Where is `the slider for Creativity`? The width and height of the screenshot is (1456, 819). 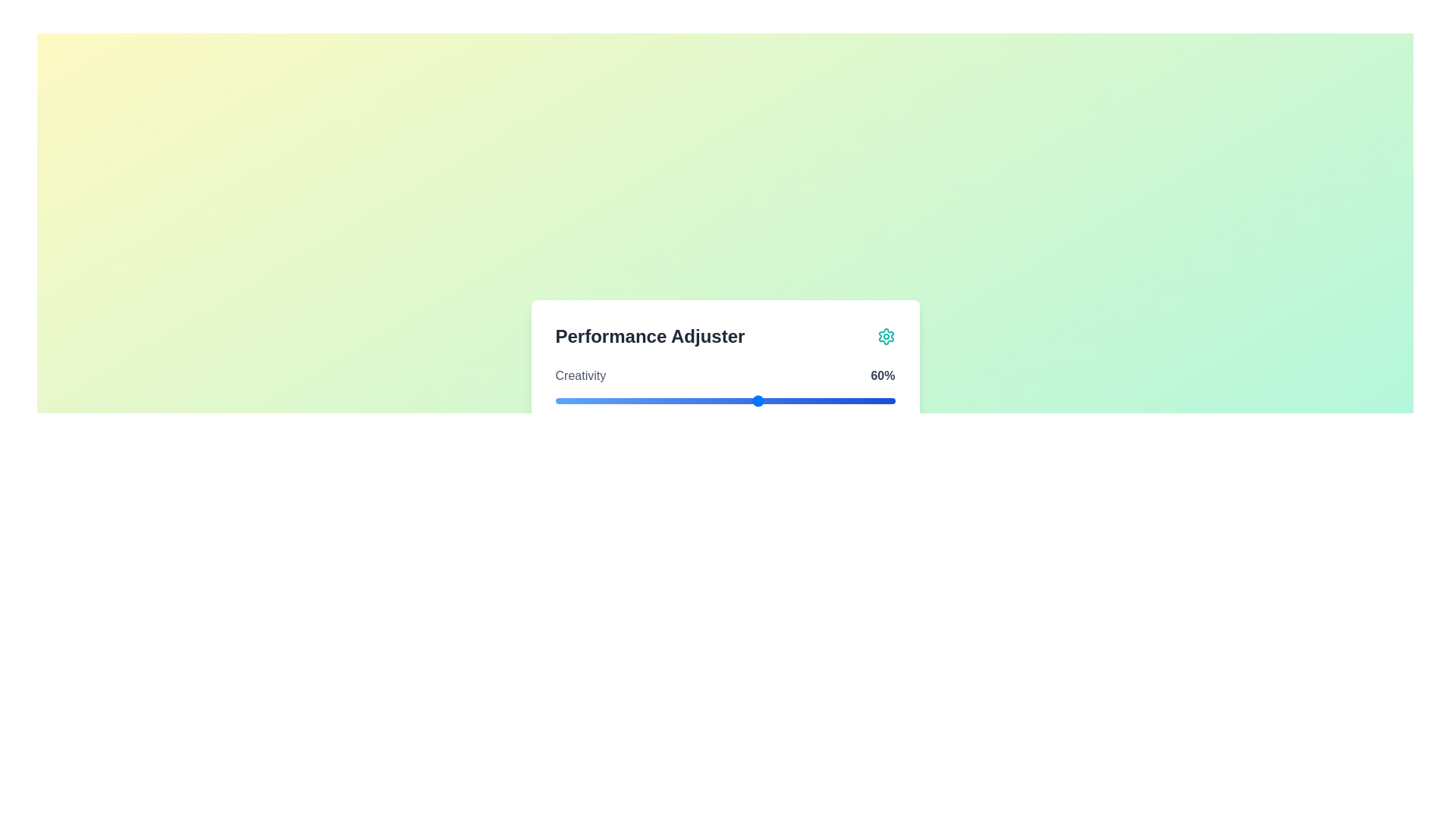 the slider for Creativity is located at coordinates (724, 400).